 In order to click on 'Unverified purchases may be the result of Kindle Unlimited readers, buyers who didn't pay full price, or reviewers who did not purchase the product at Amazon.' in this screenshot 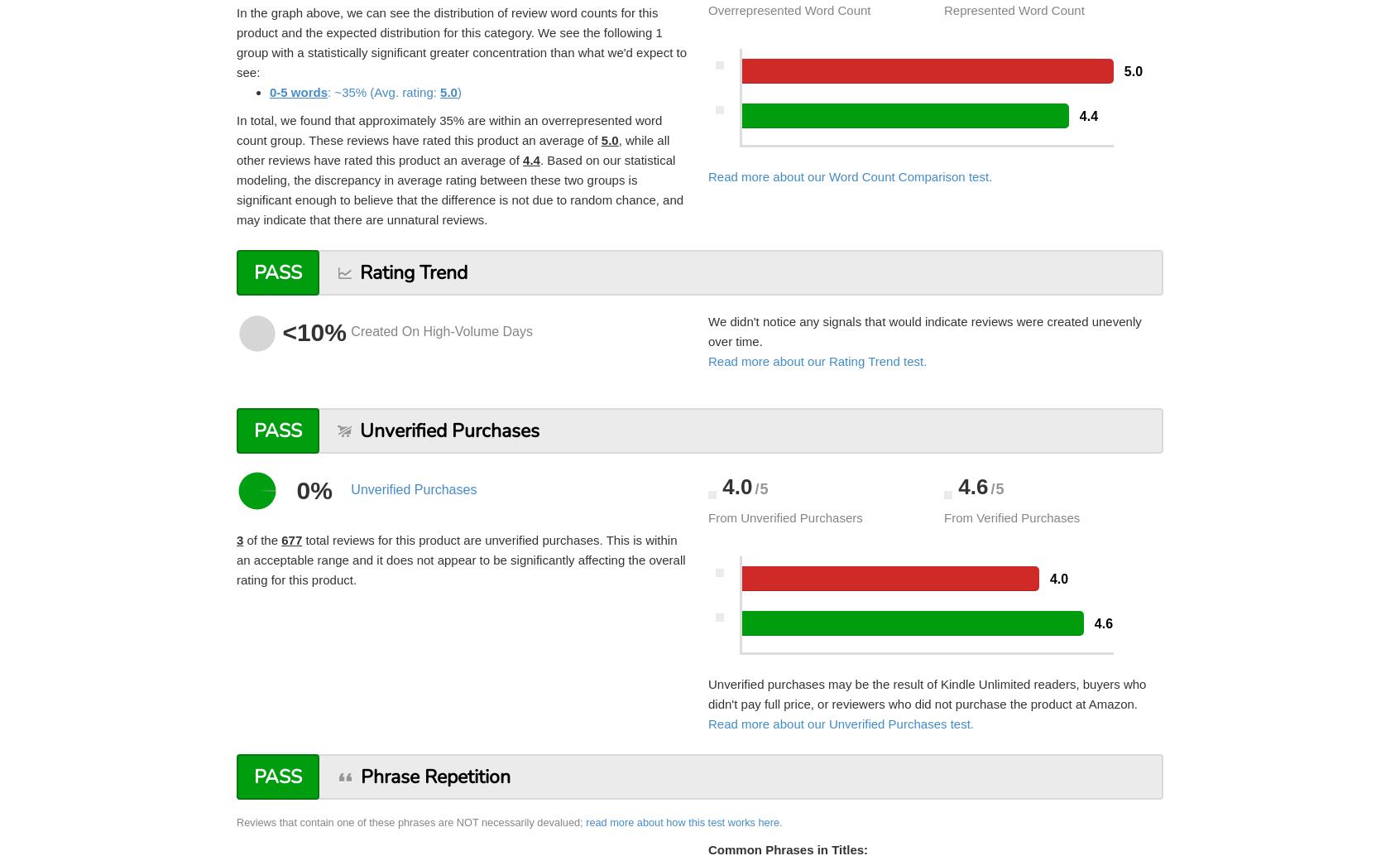, I will do `click(927, 693)`.